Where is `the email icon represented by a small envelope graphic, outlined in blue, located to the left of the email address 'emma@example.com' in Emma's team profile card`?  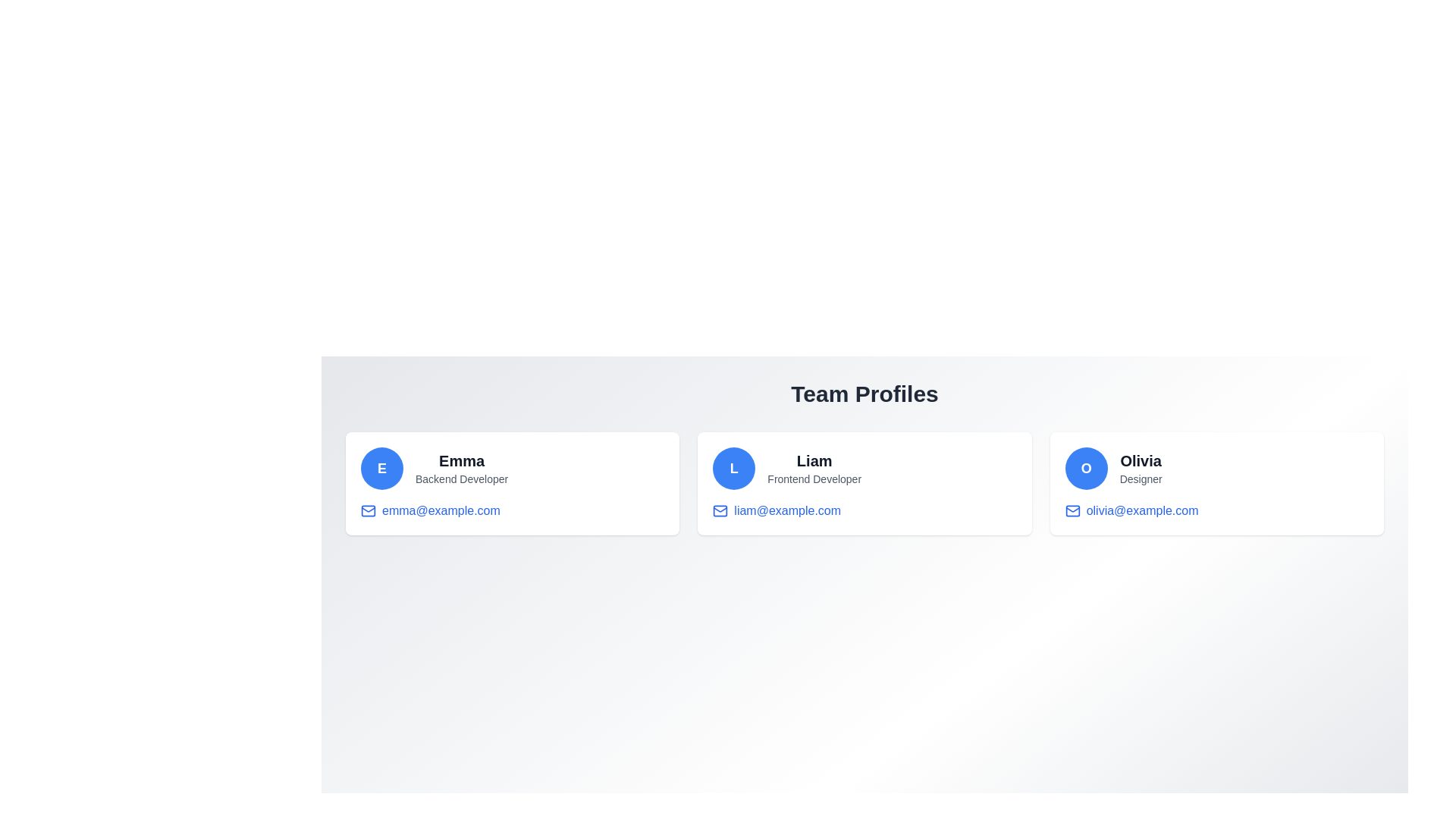
the email icon represented by a small envelope graphic, outlined in blue, located to the left of the email address 'emma@example.com' in Emma's team profile card is located at coordinates (368, 511).